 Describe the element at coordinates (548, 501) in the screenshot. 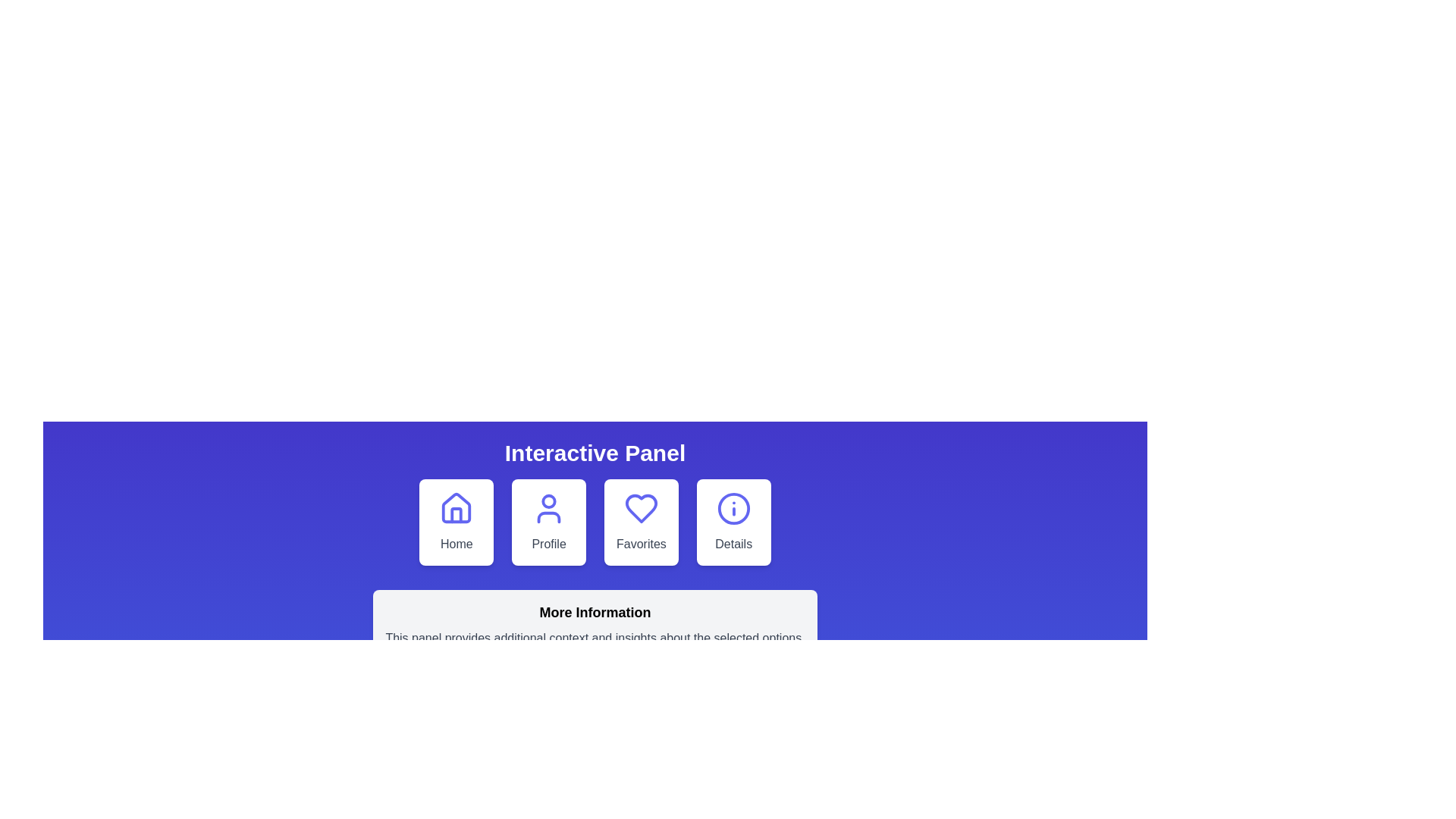

I see `the decorative SVG Circle that is part of the profile icon, located at the center of the profile card` at that location.